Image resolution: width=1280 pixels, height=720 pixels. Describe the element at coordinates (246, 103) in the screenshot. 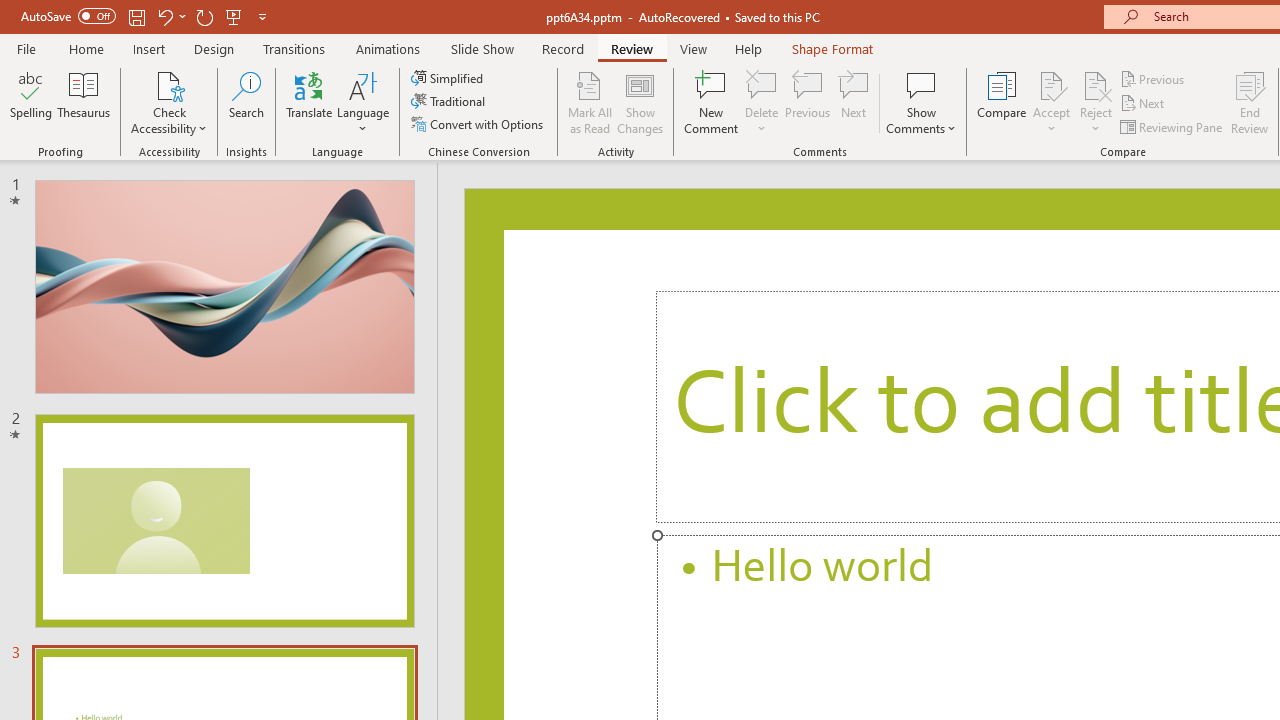

I see `'Search'` at that location.